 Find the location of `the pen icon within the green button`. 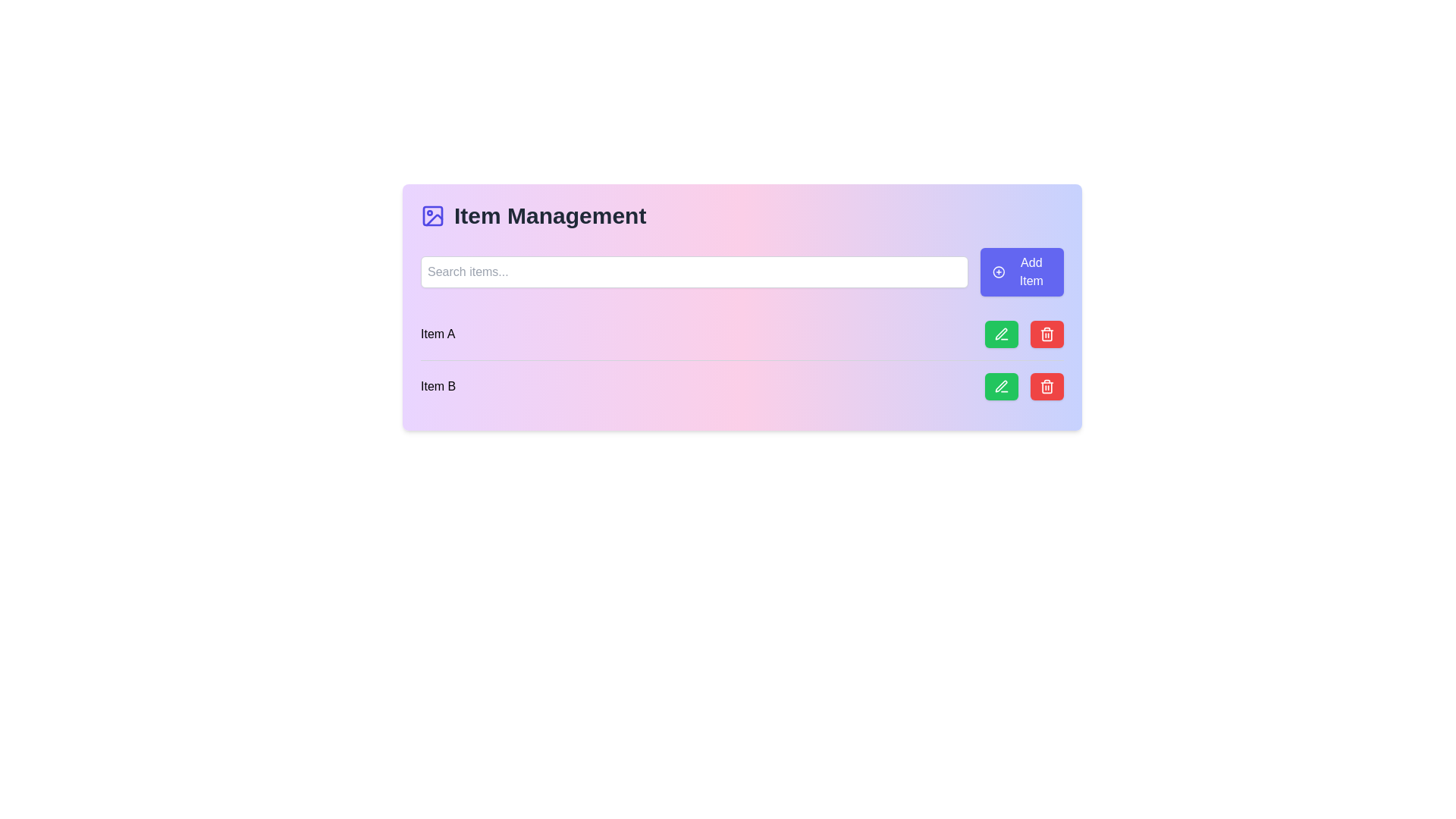

the pen icon within the green button is located at coordinates (1001, 385).